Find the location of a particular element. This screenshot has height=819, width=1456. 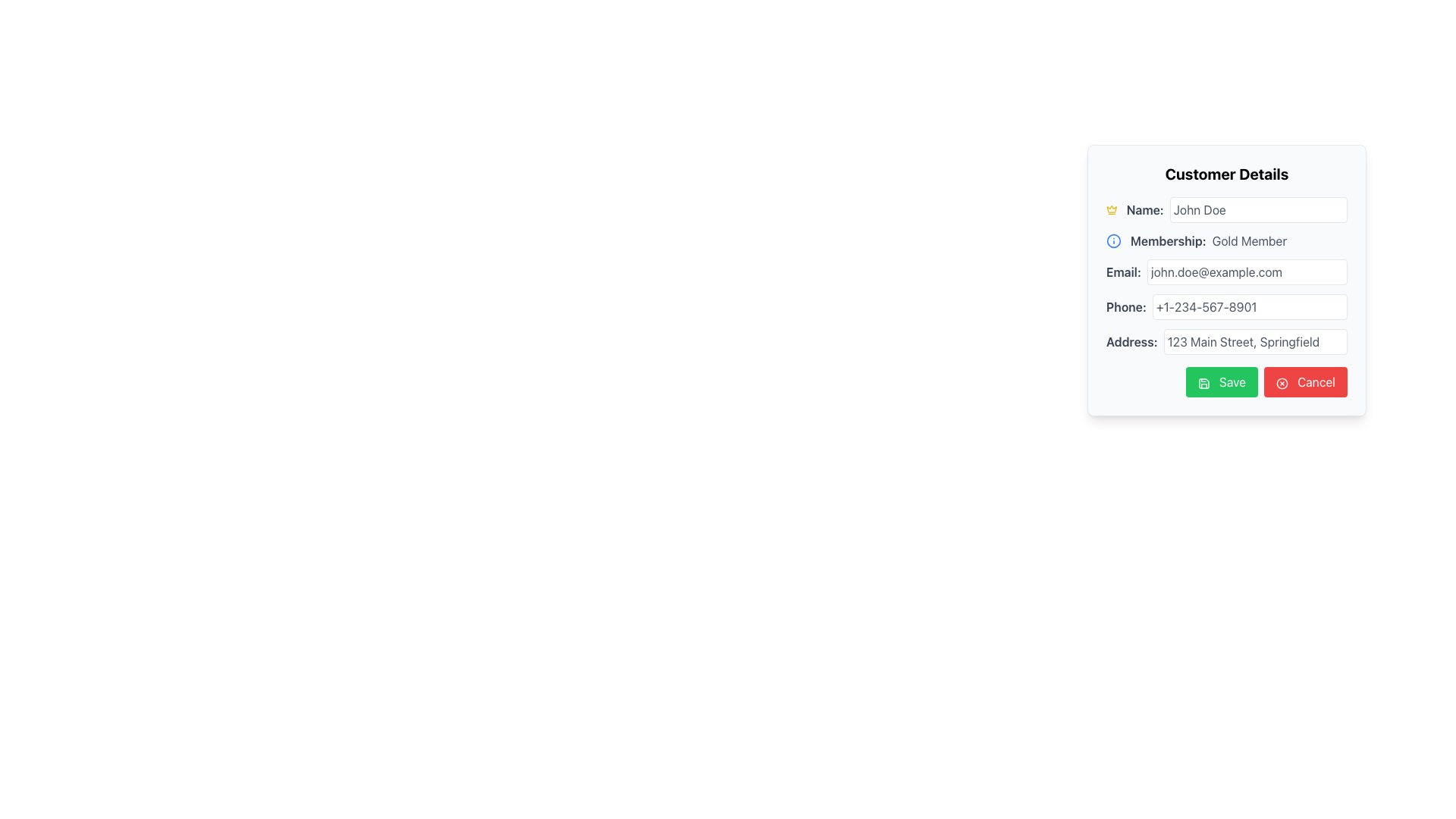

the text label displaying 'Name:' in bold grayish color, located to the left of the input field for 'John Doe' is located at coordinates (1145, 210).